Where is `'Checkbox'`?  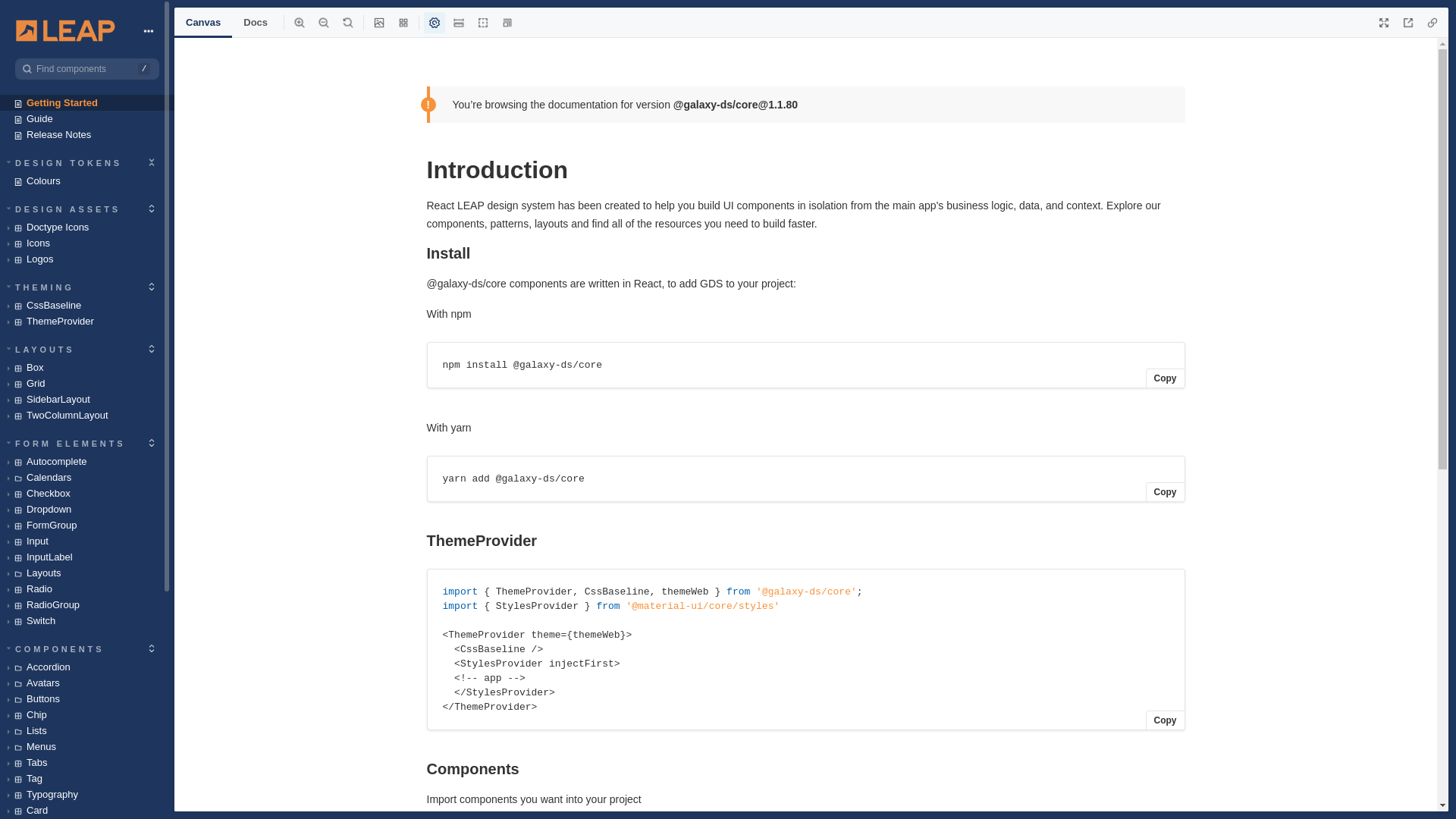 'Checkbox' is located at coordinates (0, 493).